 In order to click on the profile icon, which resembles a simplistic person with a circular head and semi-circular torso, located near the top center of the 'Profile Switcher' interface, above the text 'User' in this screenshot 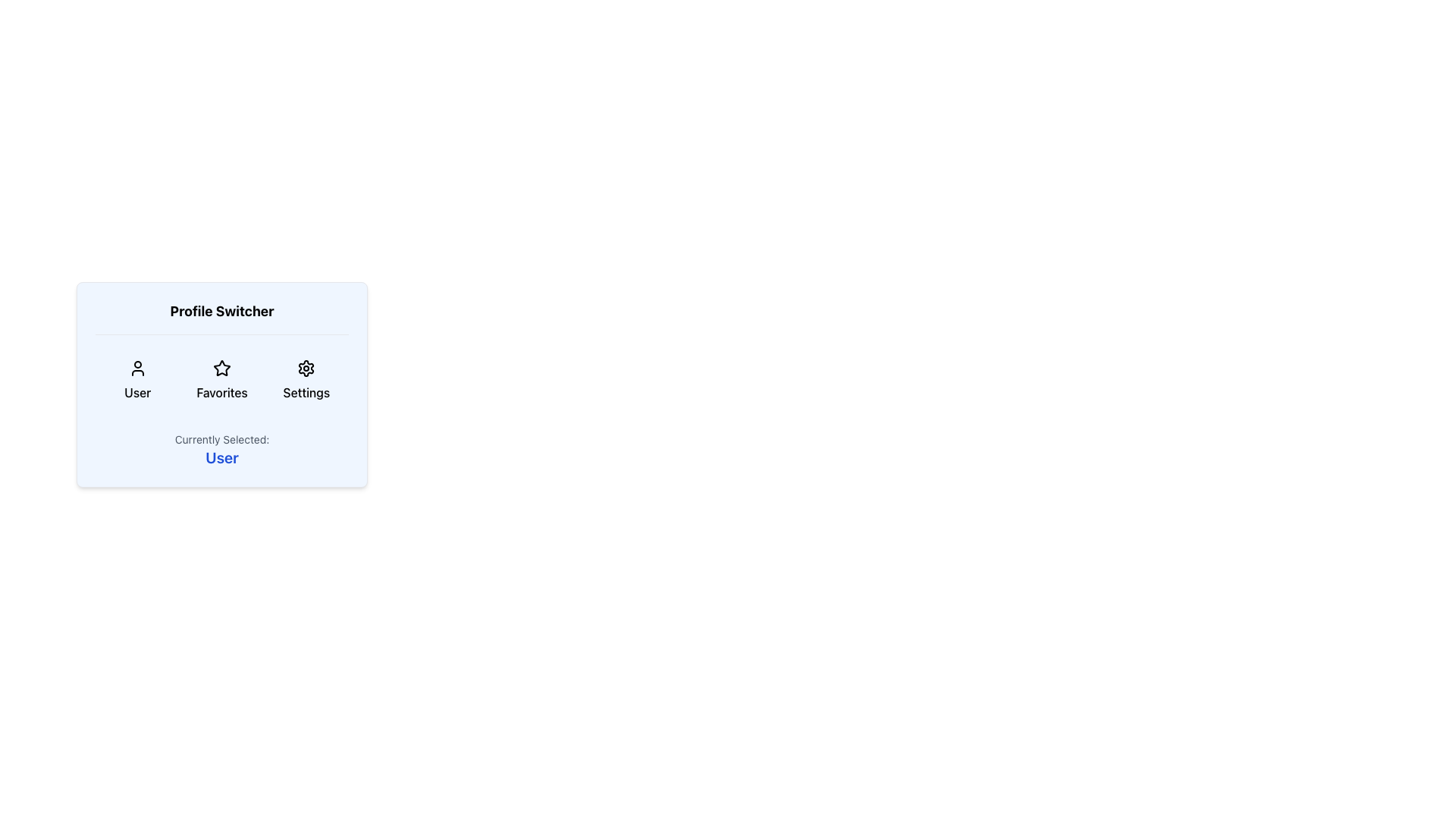, I will do `click(137, 369)`.